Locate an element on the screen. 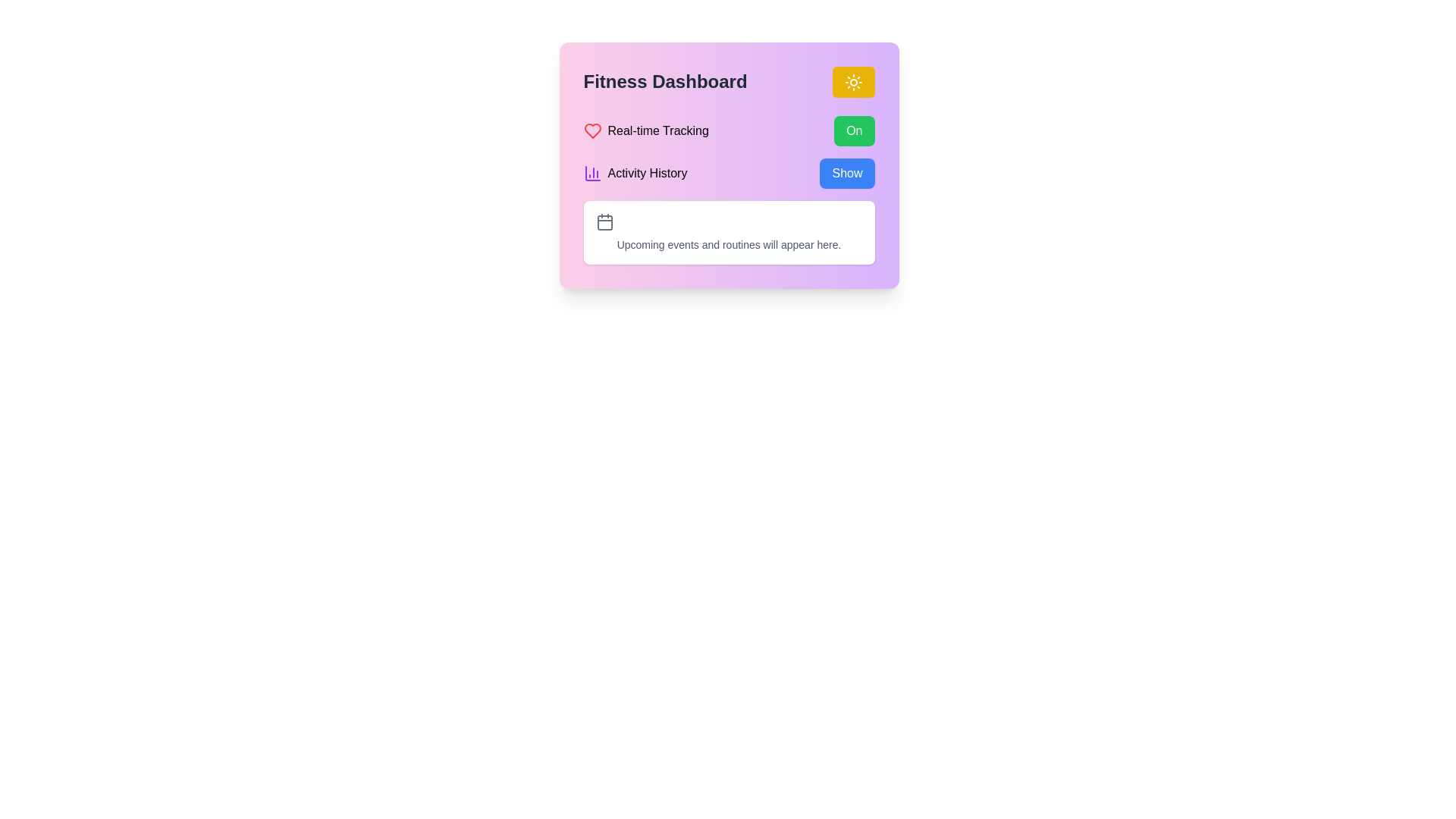  the button that toggles the visibility of 'Activity History' is located at coordinates (846, 172).